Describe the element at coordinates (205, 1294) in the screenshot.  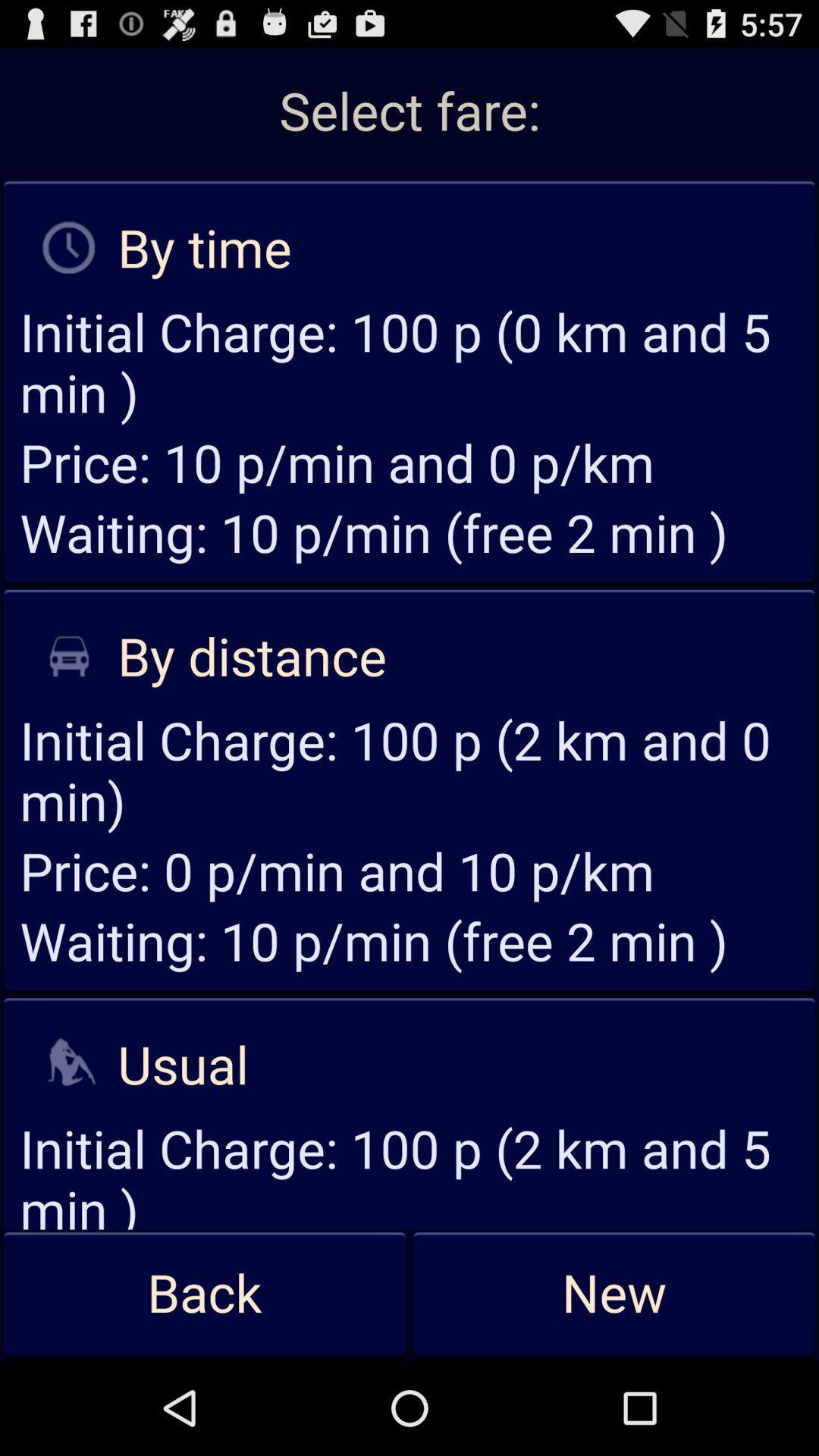
I see `back item` at that location.